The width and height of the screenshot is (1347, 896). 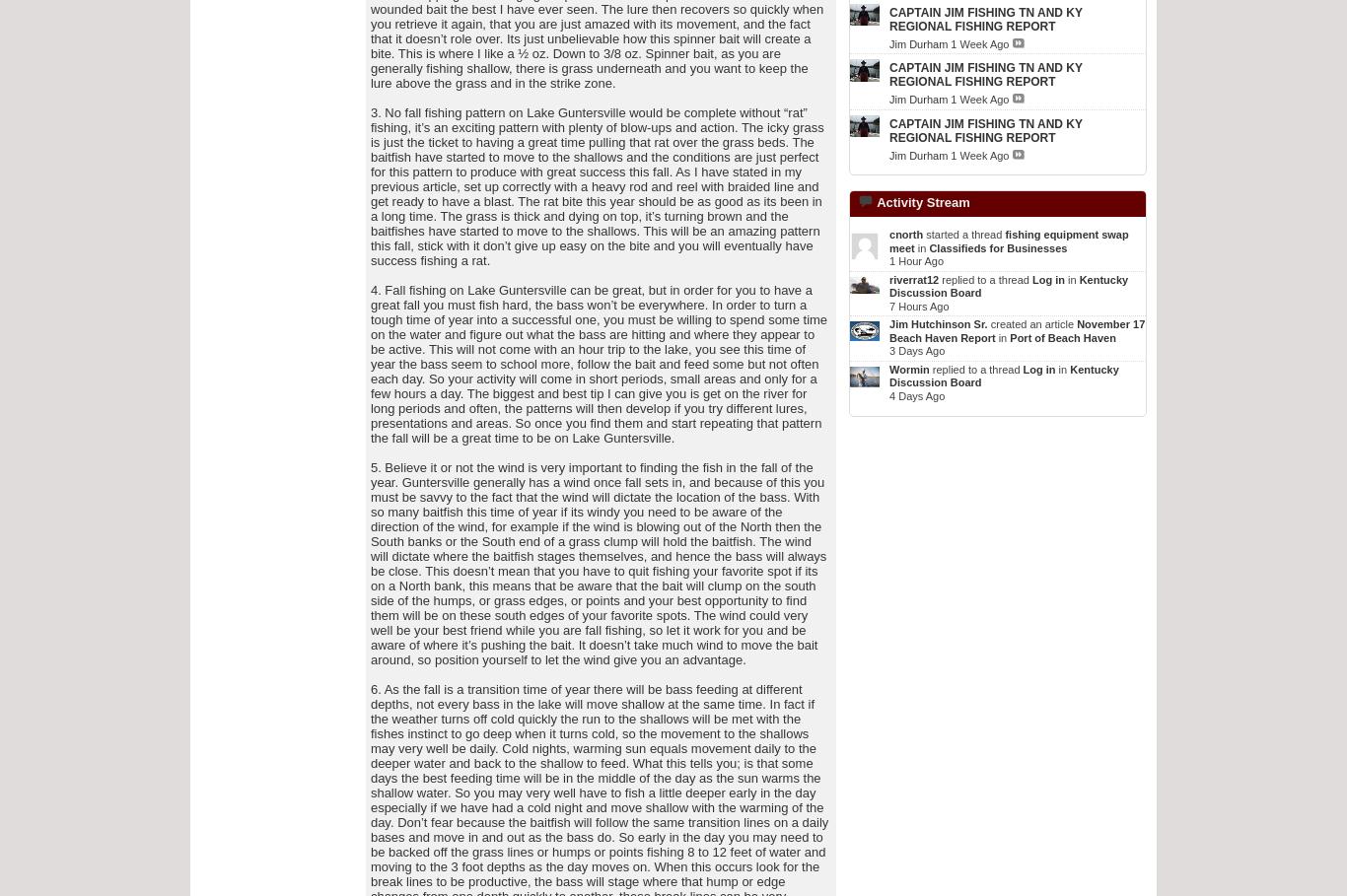 I want to click on '5. Believe it or not the wind is very important to finding the fish in the fall of the year. Guntersville generally has a wind once fall sets in, and because of this you must be savvy to the fact that the wind will dictate the location of the bass. With so many baitfish this time of year if its windy you need to be aware of the direction of the wind, for example if the wind is blowing out of the North then the South banks or the South end of a grass clump will hold the baitfish. The wind will dictate where the baitfish stages themselves, and hence the bass will always be close. This doesn’t mean that you have to quit fishing your favorite spot if its on a North bank, this means that be aware that the bait will clump on the south side of the humps, or grass edges, or points and your best opportunity to find them will be on these south edges of your favorite spots. The wind could very well be your best friend while you are fall fishing, so let it work for you and be aware of where it’s pushing the bait. It doesn’t take much wind to move the bait around, so position yourself to let the wind give you an advantage.', so click(x=597, y=563).